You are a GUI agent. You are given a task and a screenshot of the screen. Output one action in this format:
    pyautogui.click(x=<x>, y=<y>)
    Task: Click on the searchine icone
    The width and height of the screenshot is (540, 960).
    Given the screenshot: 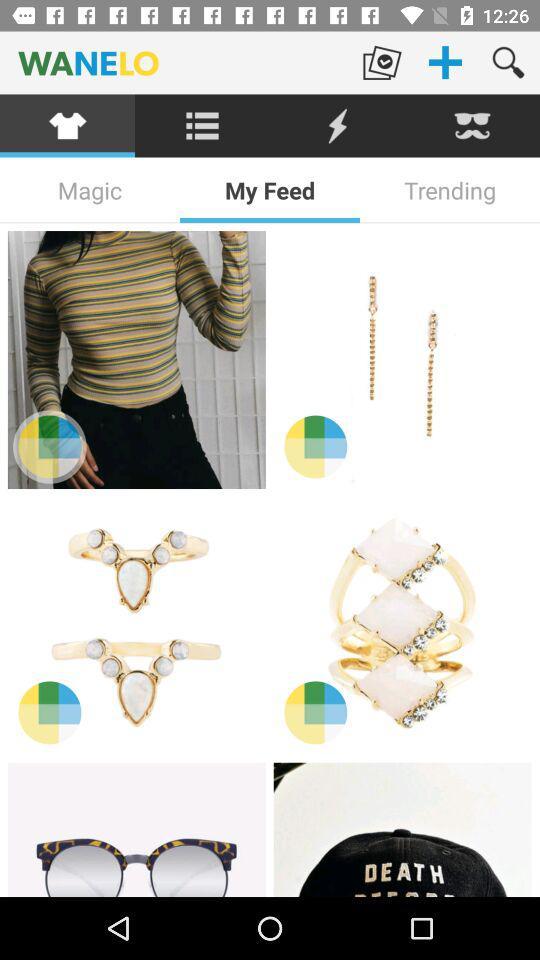 What is the action you would take?
    pyautogui.click(x=202, y=125)
    